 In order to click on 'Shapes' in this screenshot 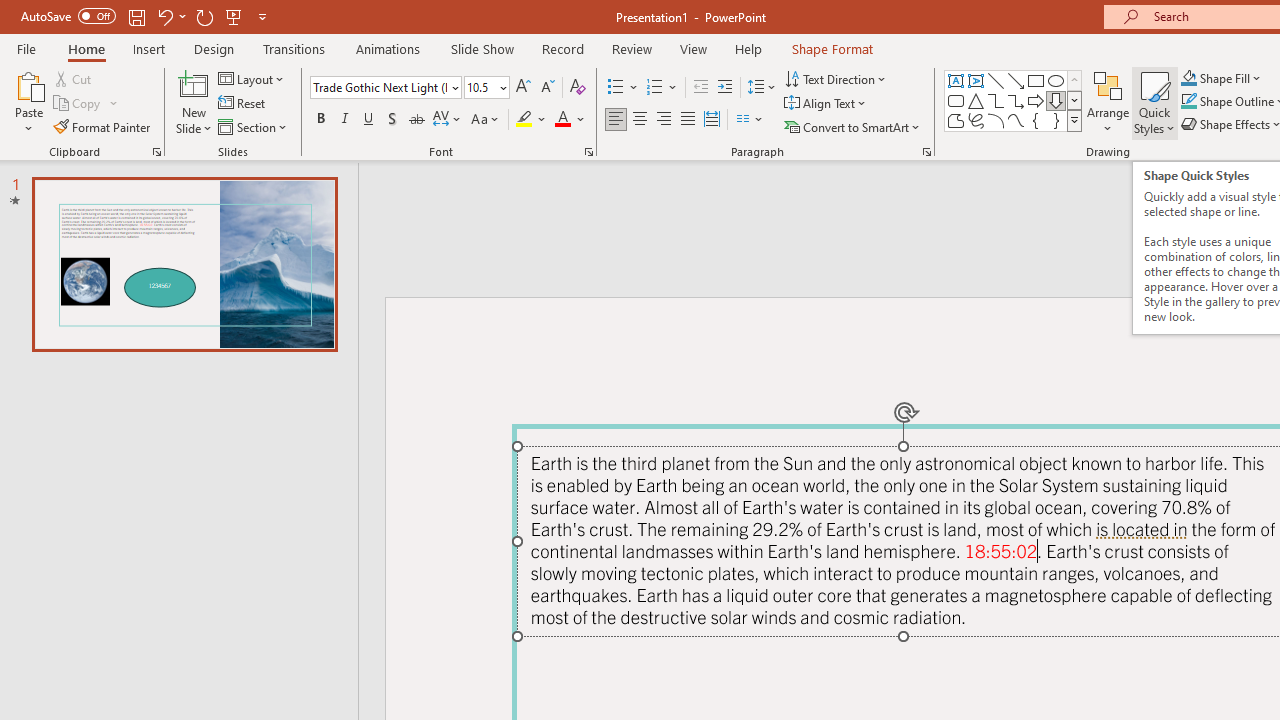, I will do `click(1073, 120)`.